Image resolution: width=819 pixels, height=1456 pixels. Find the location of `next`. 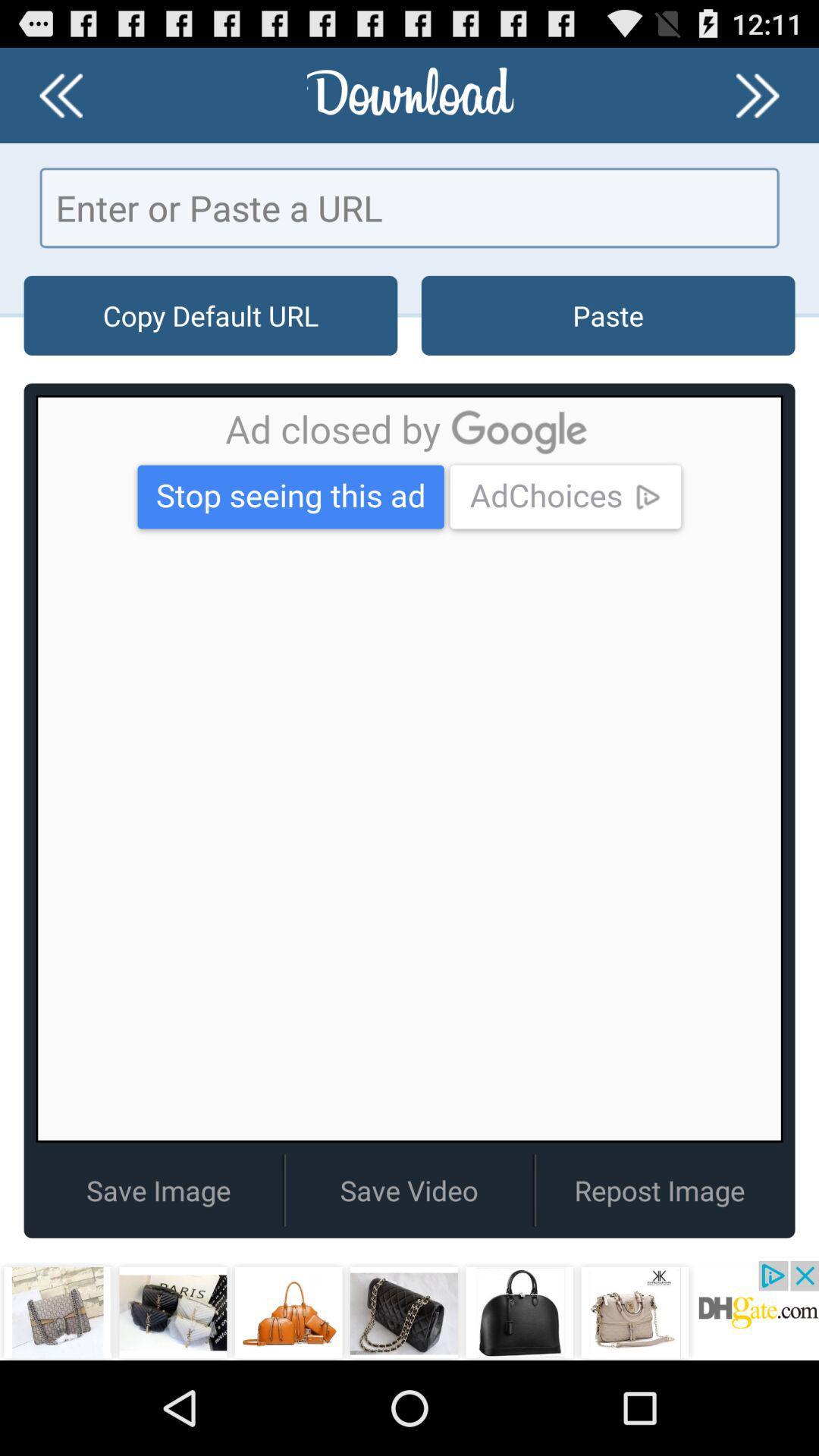

next is located at coordinates (758, 94).